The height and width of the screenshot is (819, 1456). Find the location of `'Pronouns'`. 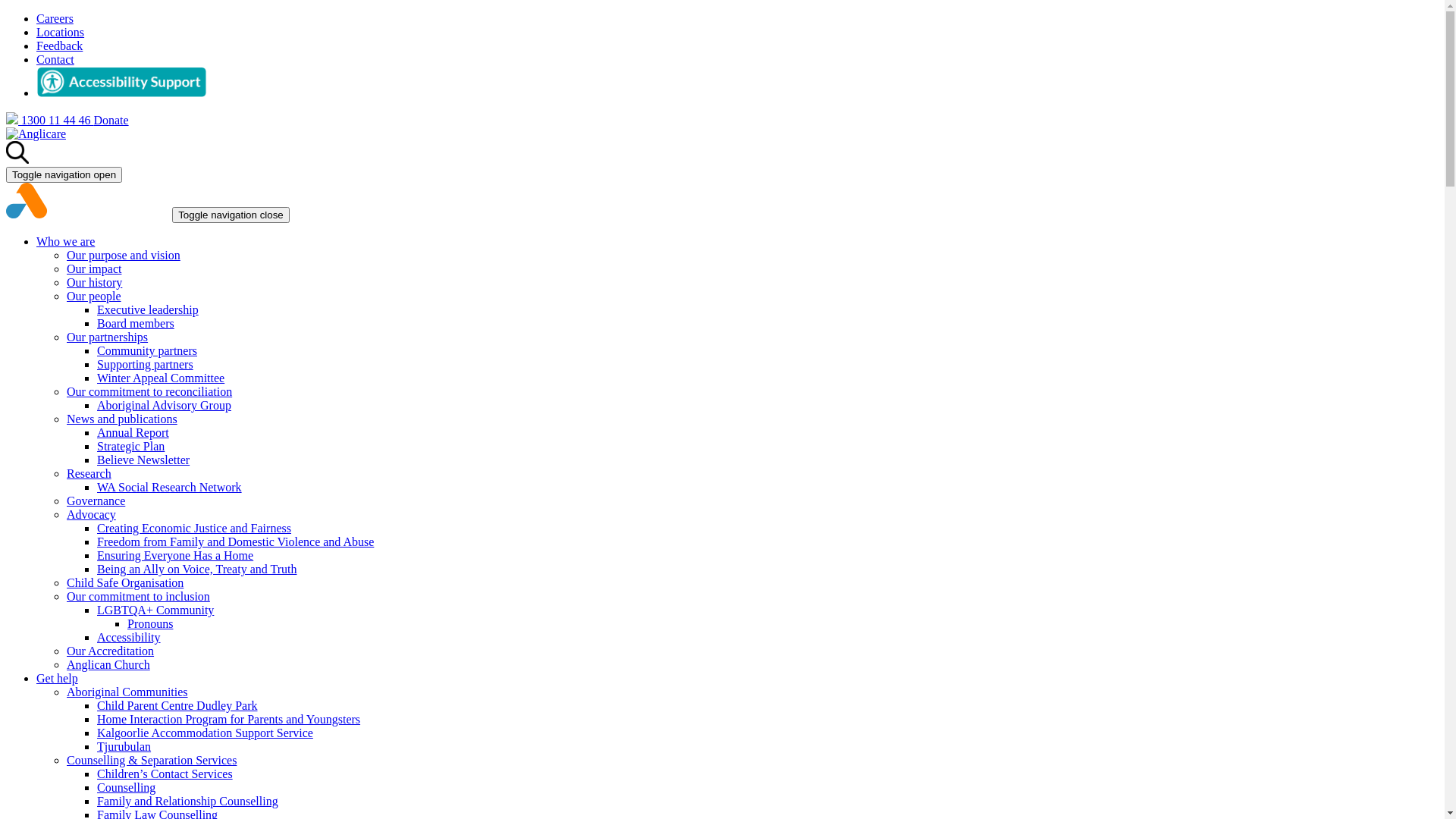

'Pronouns' is located at coordinates (149, 623).